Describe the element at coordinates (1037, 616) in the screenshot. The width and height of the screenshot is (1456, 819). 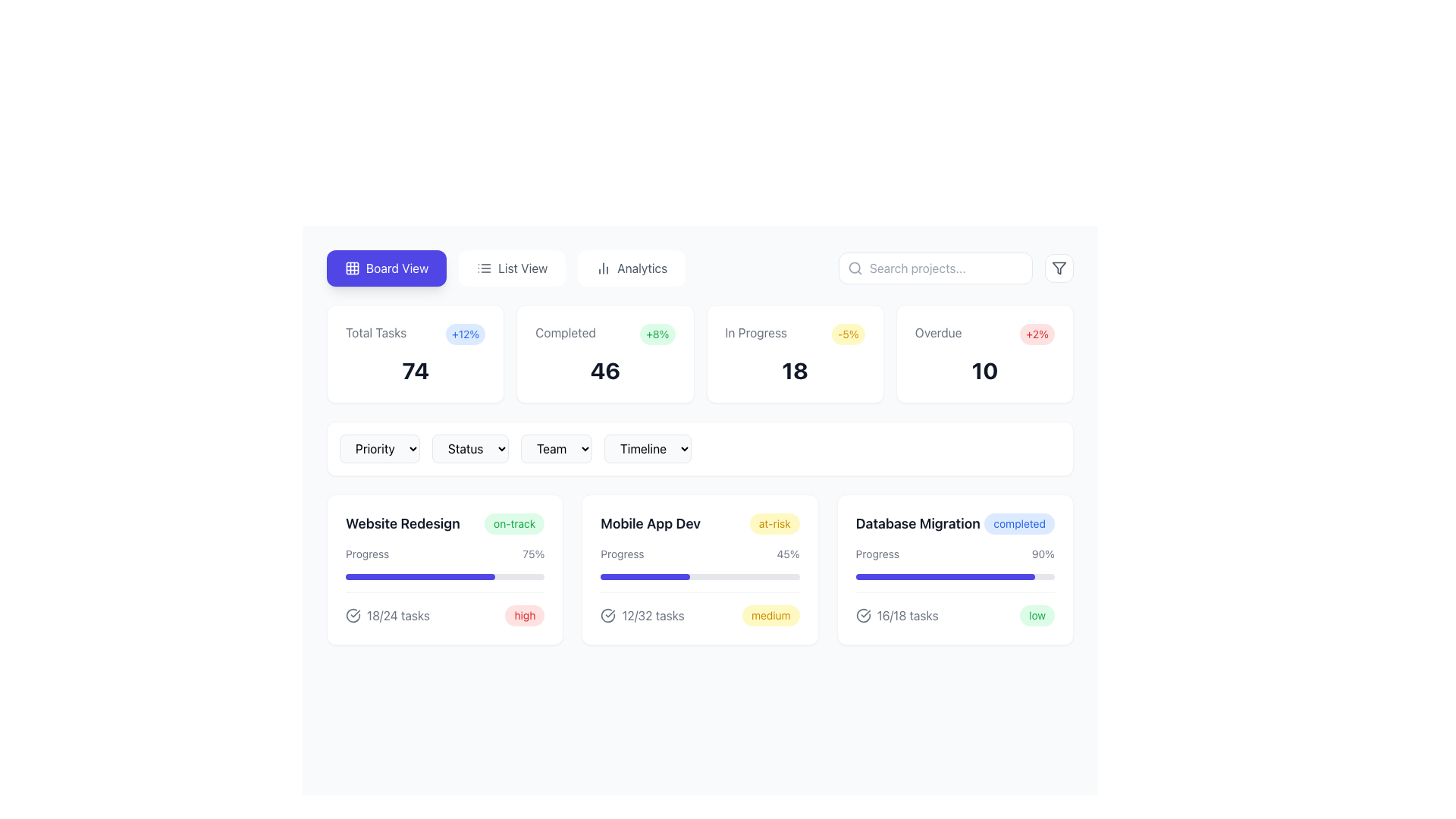
I see `label of the badge indicating the status of the task in the bottom-right corner of the 'Database Migration' card, which shows 'low'` at that location.